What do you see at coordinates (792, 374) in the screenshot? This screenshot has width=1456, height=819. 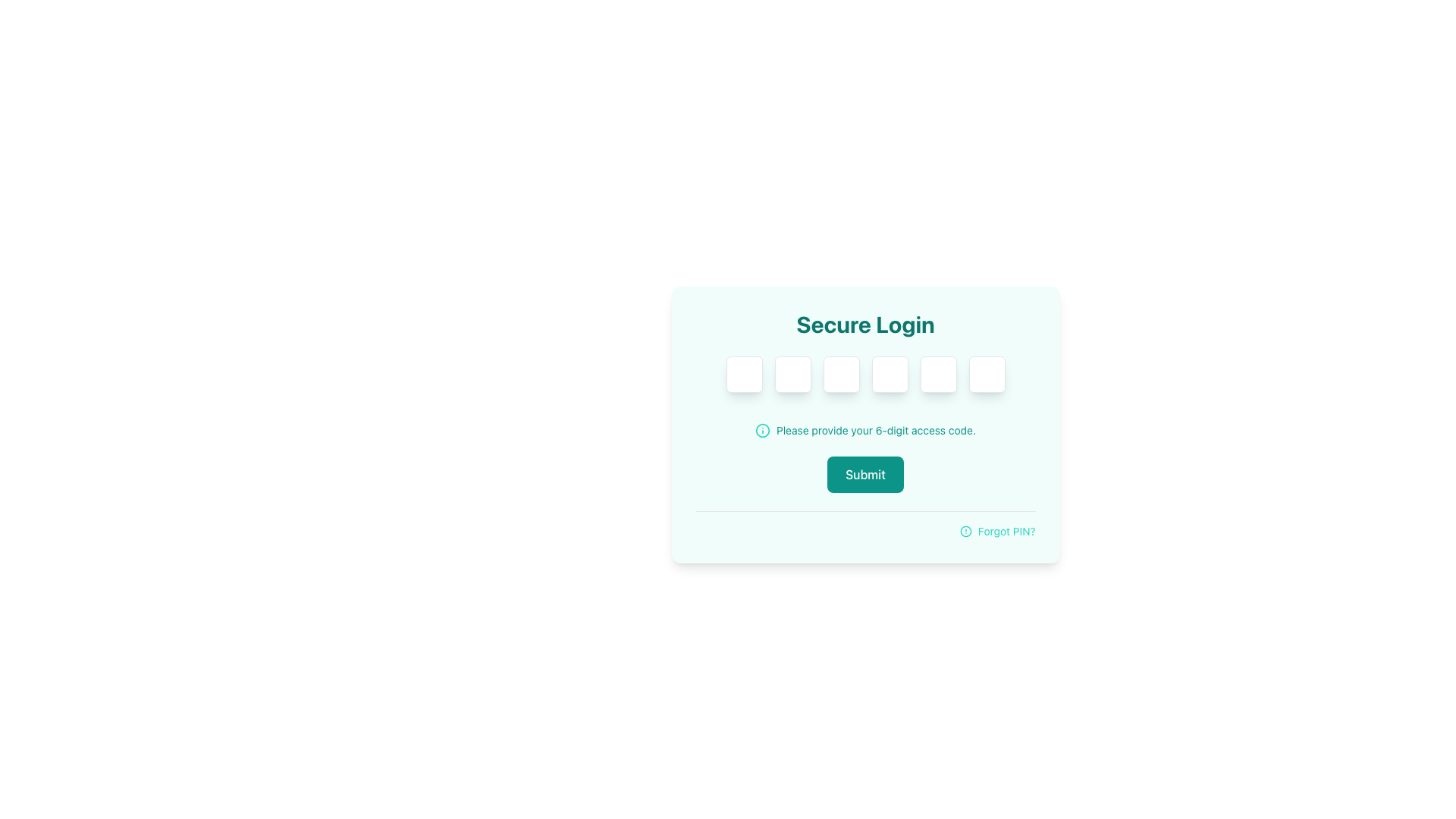 I see `the second password input field, which is a square box with a white background and rounded corners` at bounding box center [792, 374].